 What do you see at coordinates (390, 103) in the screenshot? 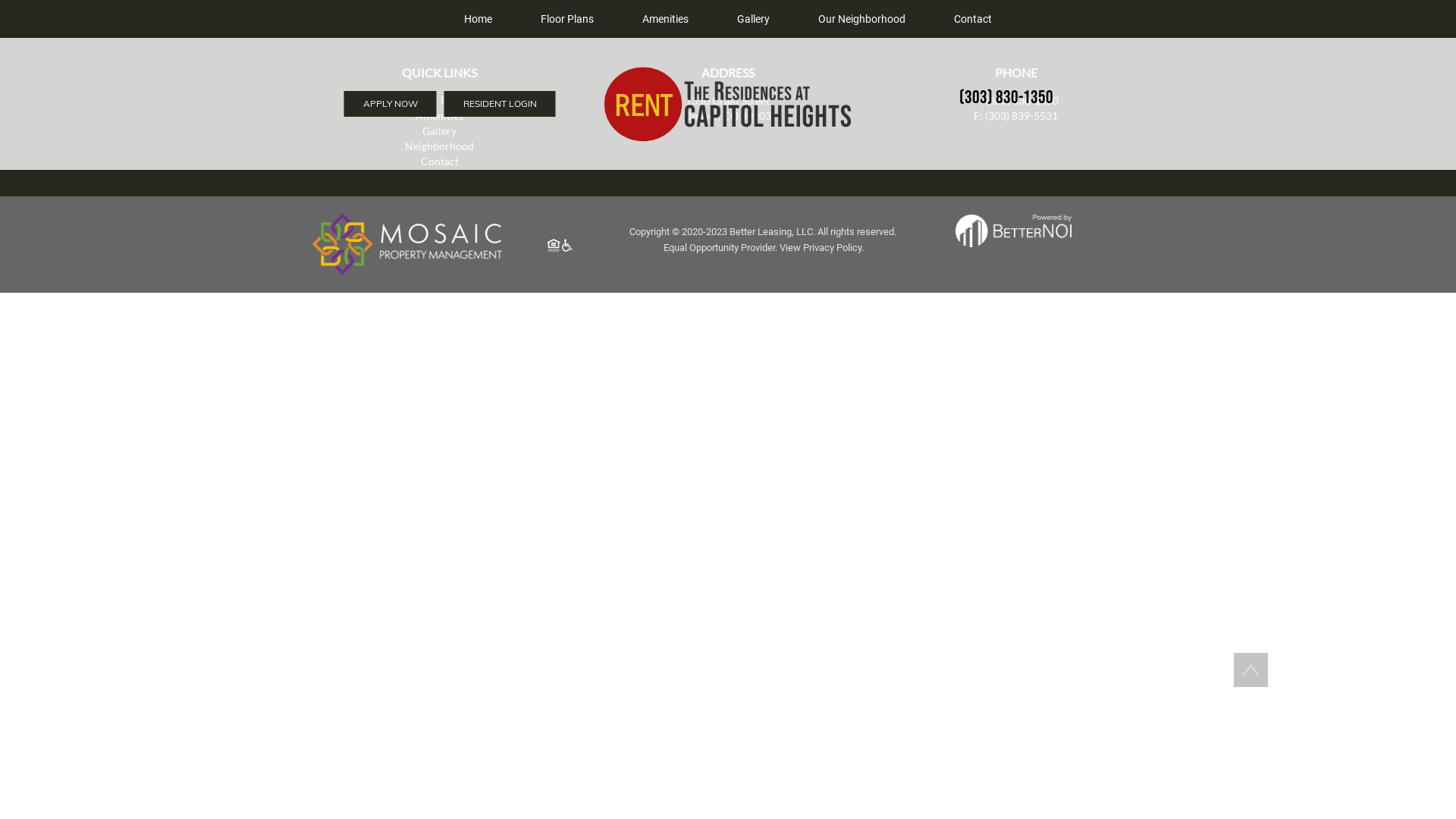
I see `'APPLY NOW'` at bounding box center [390, 103].